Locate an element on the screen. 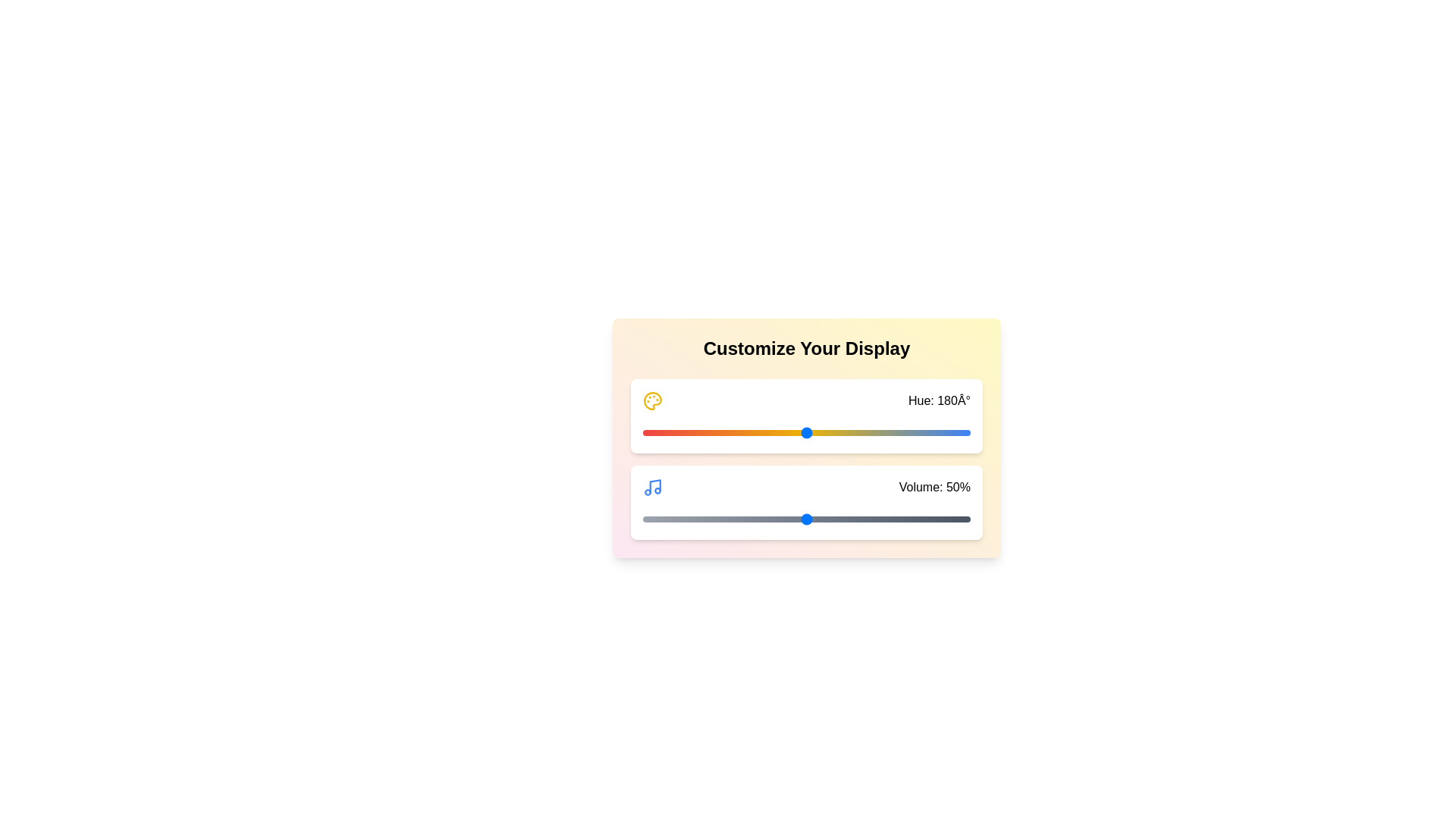 This screenshot has height=819, width=1456. the volume slider to 53% is located at coordinates (815, 519).